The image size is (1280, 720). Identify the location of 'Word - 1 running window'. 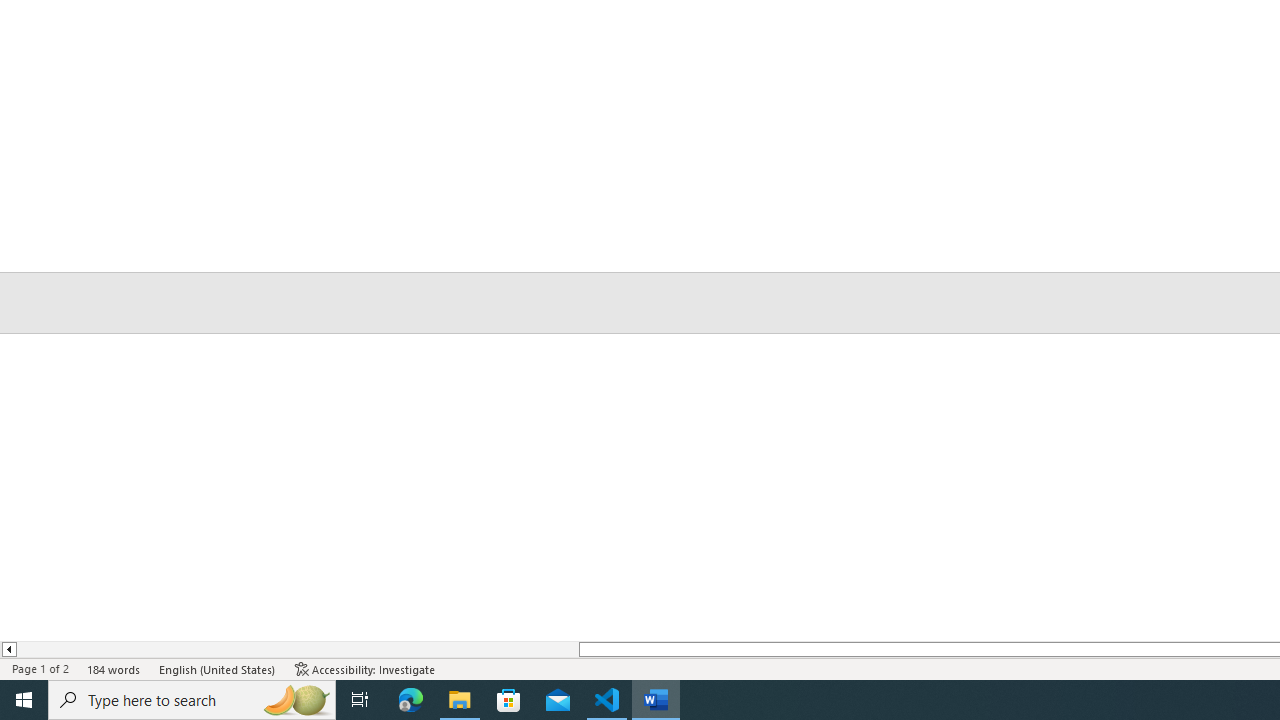
(656, 698).